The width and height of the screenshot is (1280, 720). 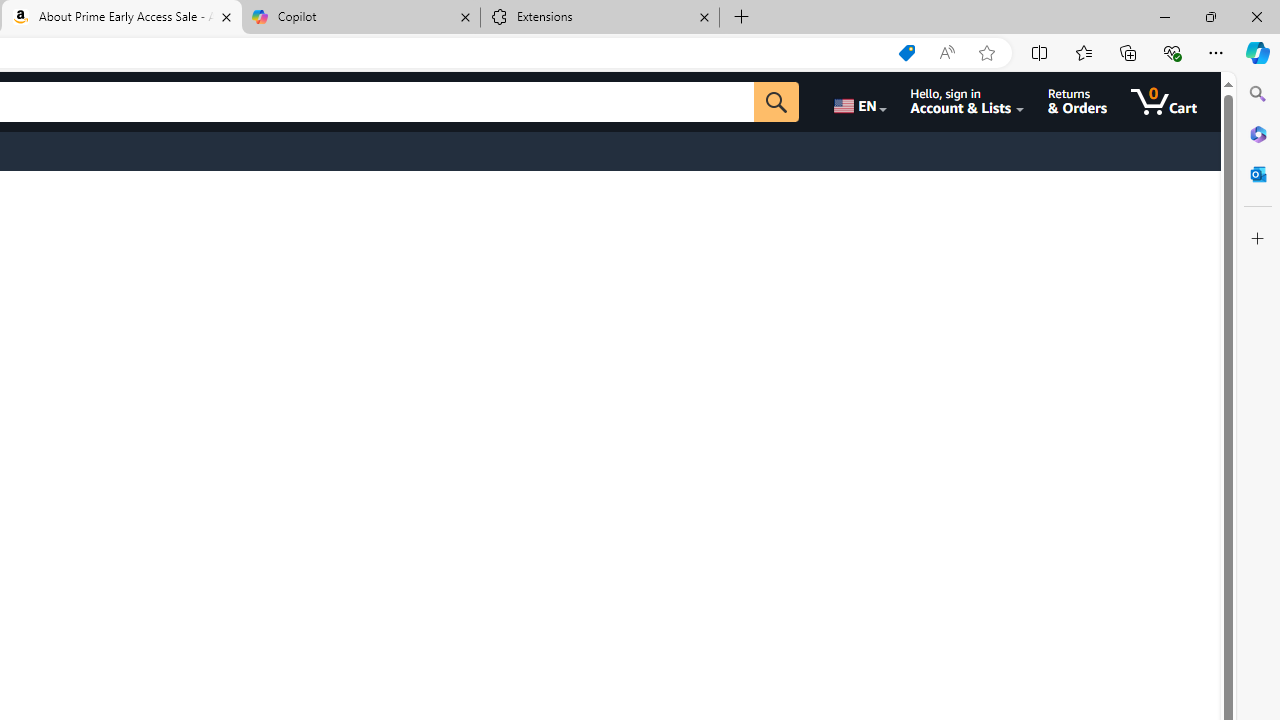 I want to click on 'Go', so click(x=775, y=101).